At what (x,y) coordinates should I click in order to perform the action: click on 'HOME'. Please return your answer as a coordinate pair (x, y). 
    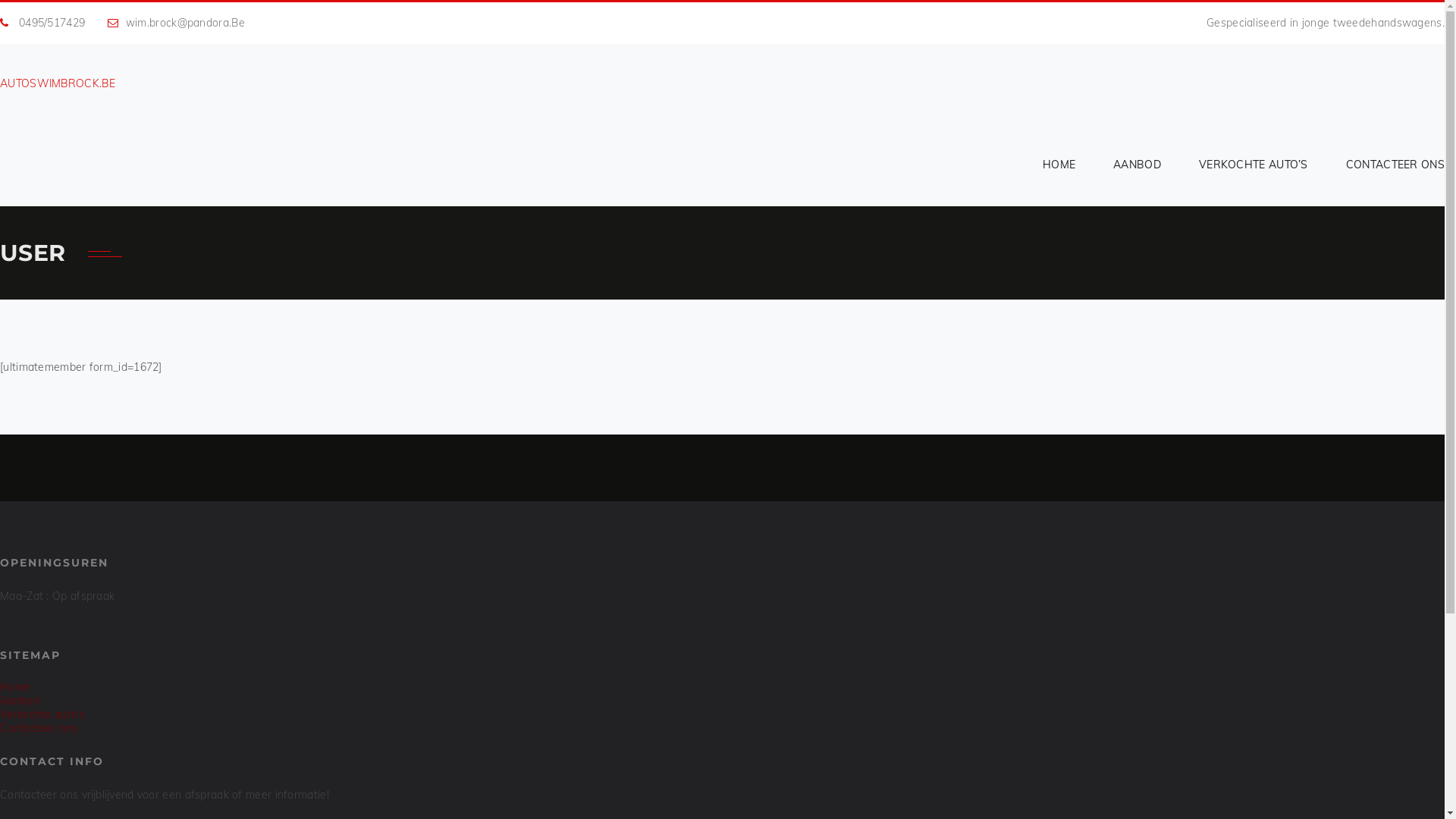
    Looking at the image, I should click on (1058, 164).